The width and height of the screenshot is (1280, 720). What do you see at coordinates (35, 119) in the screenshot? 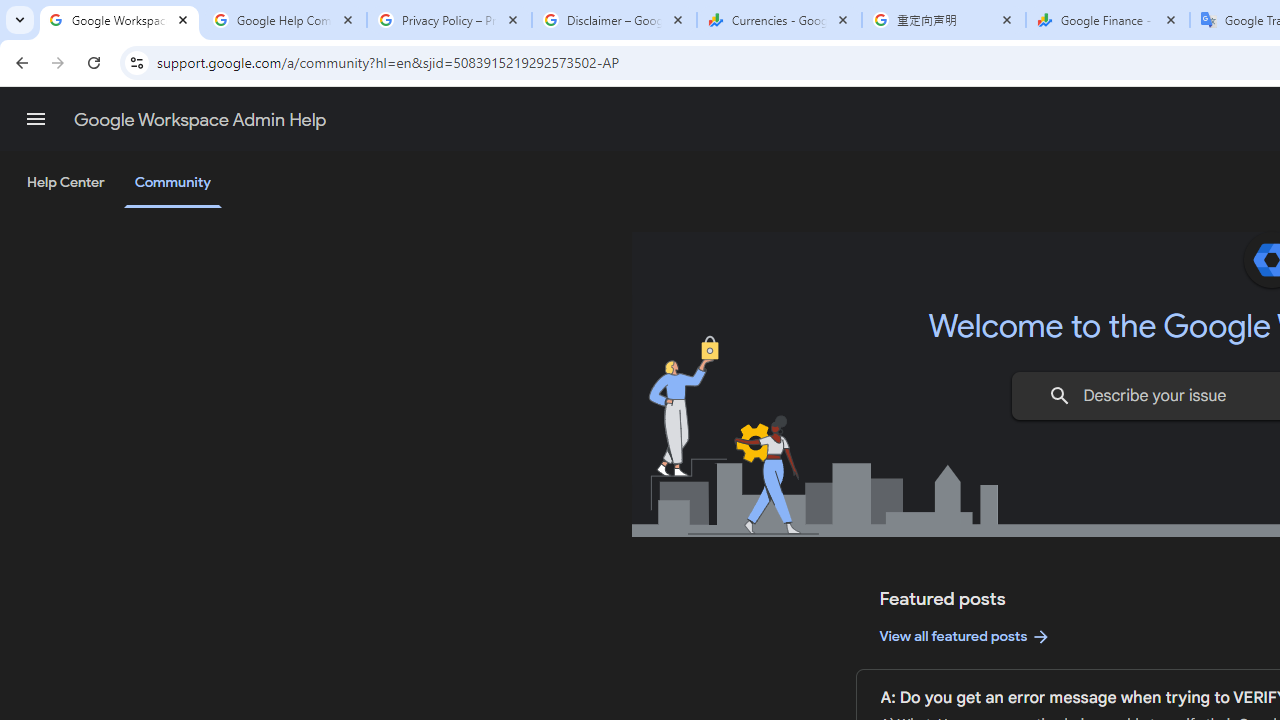
I see `'Main menu'` at bounding box center [35, 119].